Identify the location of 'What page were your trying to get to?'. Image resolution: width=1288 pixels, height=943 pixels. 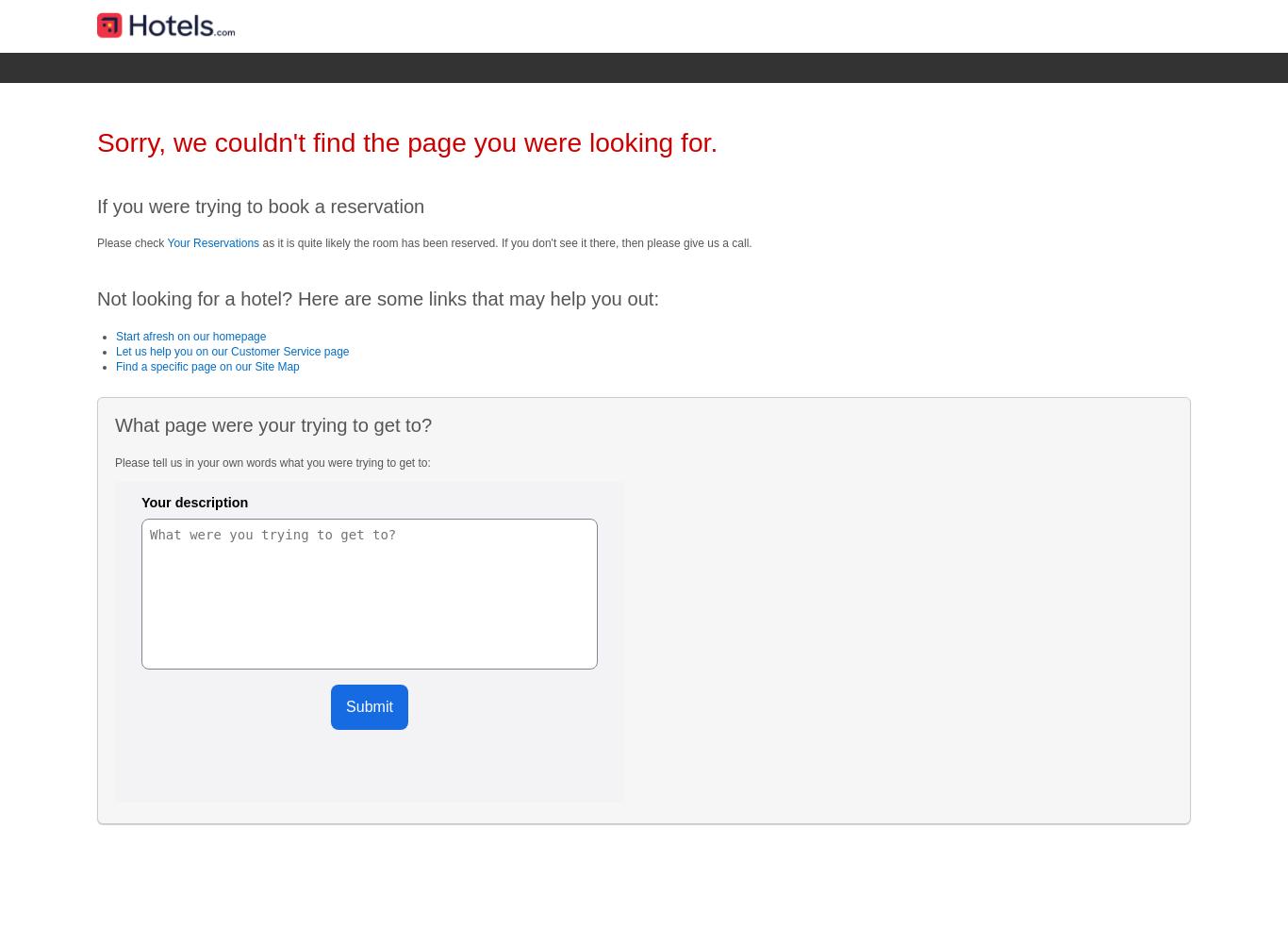
(113, 424).